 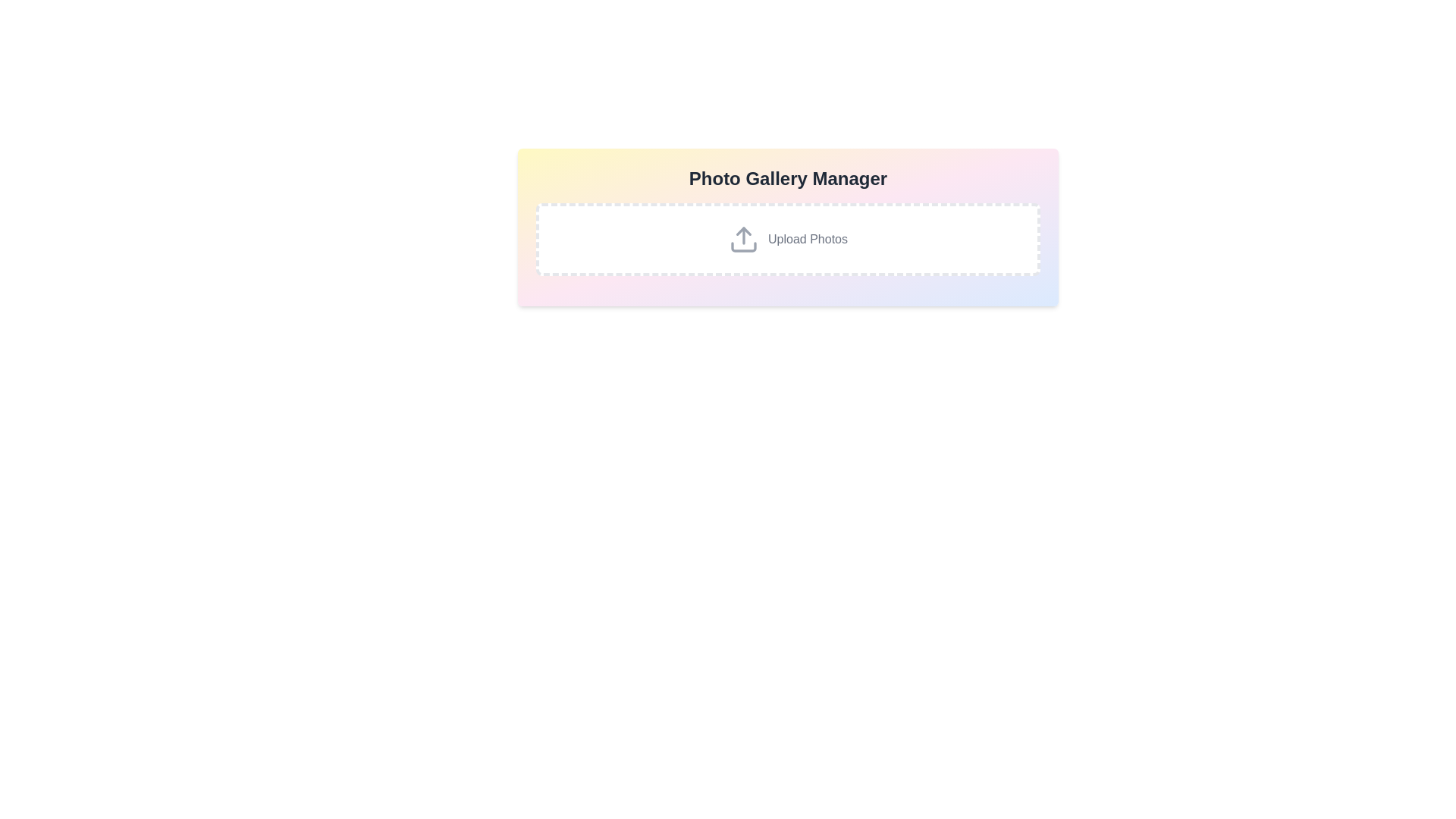 What do you see at coordinates (788, 247) in the screenshot?
I see `the upload button in the 'Photo Gallery Manager' modal dialog` at bounding box center [788, 247].